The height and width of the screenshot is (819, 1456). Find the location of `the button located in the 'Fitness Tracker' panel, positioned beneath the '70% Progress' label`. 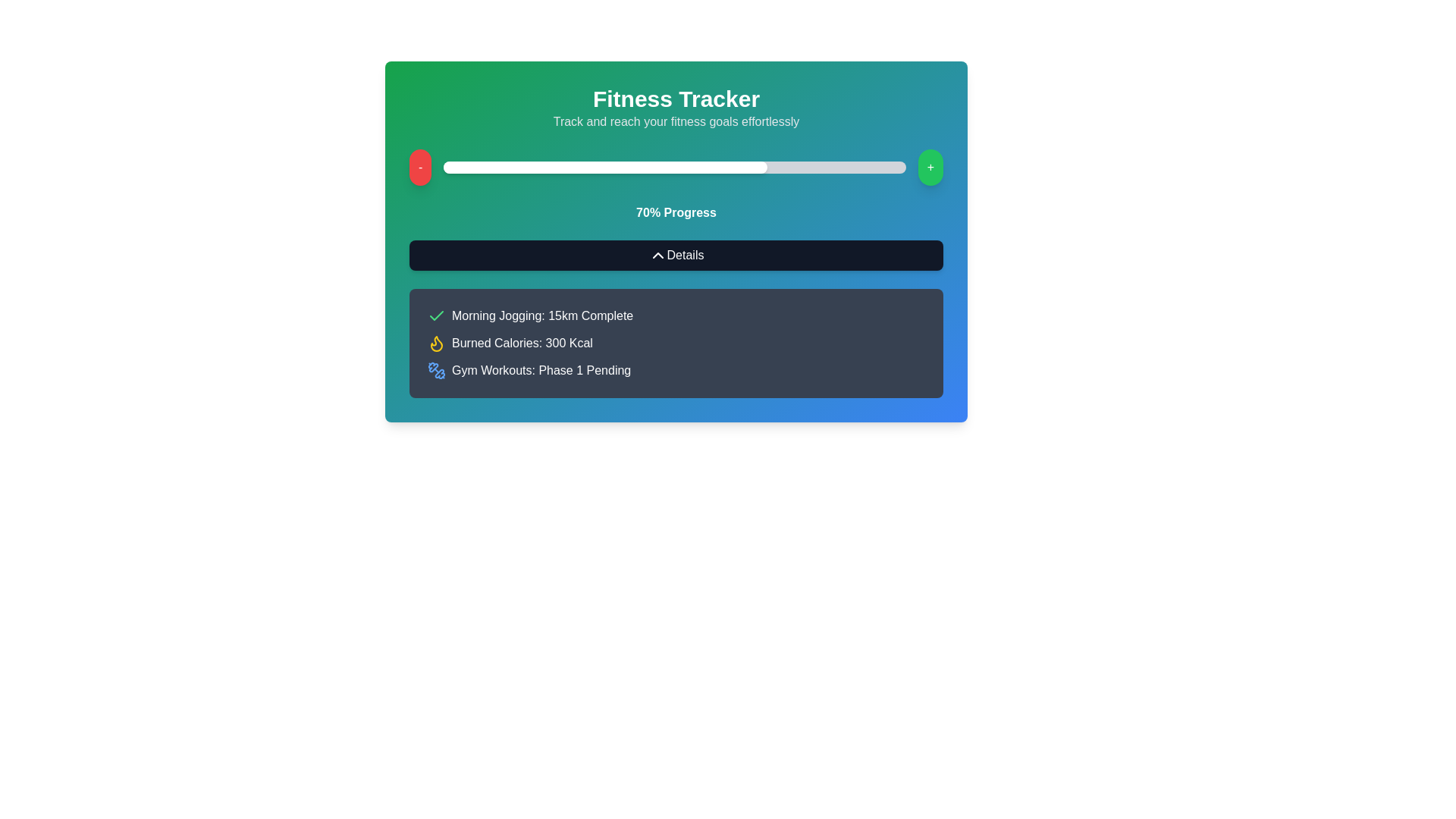

the button located in the 'Fitness Tracker' panel, positioned beneath the '70% Progress' label is located at coordinates (676, 254).